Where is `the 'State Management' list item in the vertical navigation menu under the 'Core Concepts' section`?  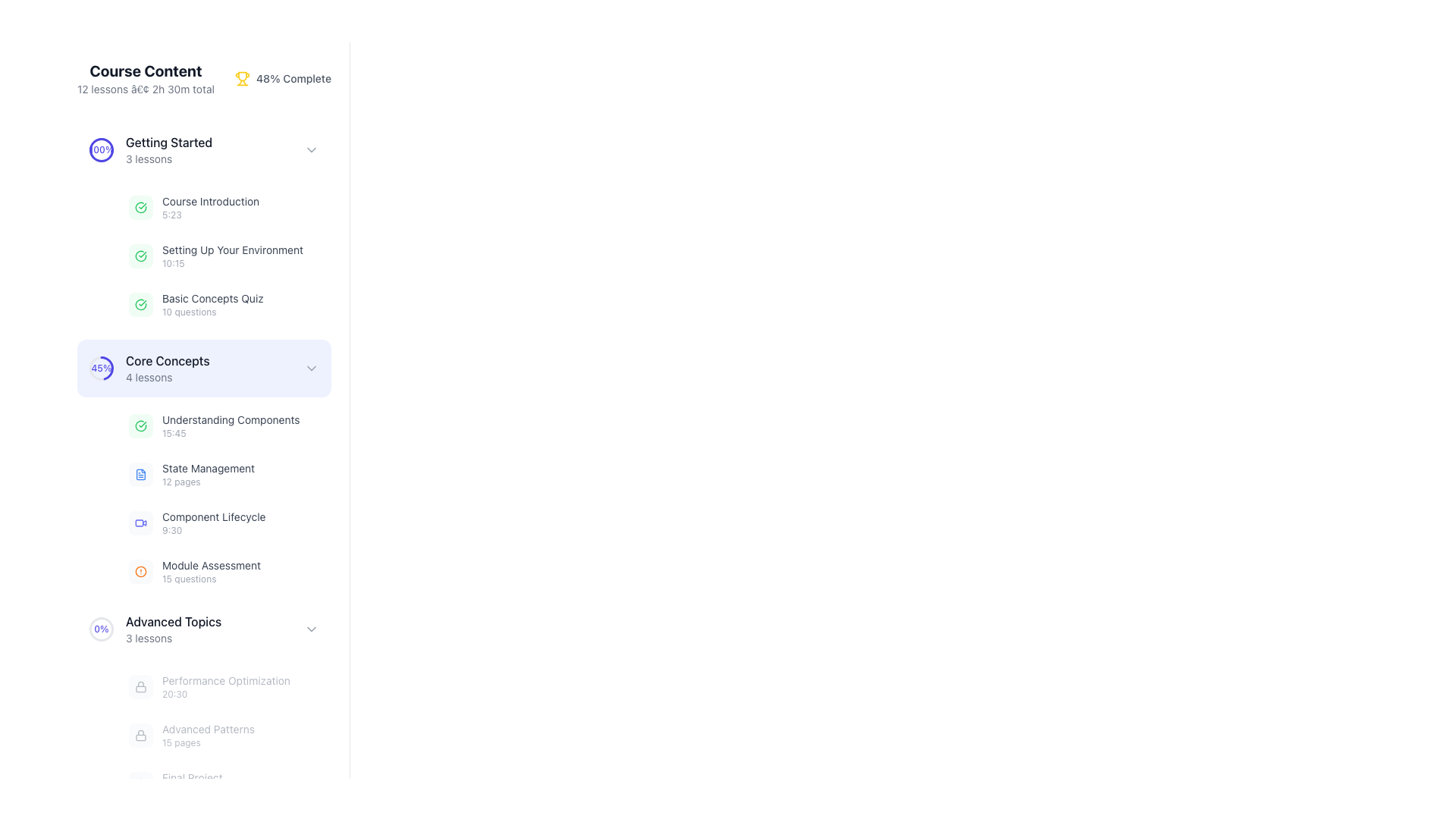
the 'State Management' list item in the vertical navigation menu under the 'Core Concepts' section is located at coordinates (203, 499).